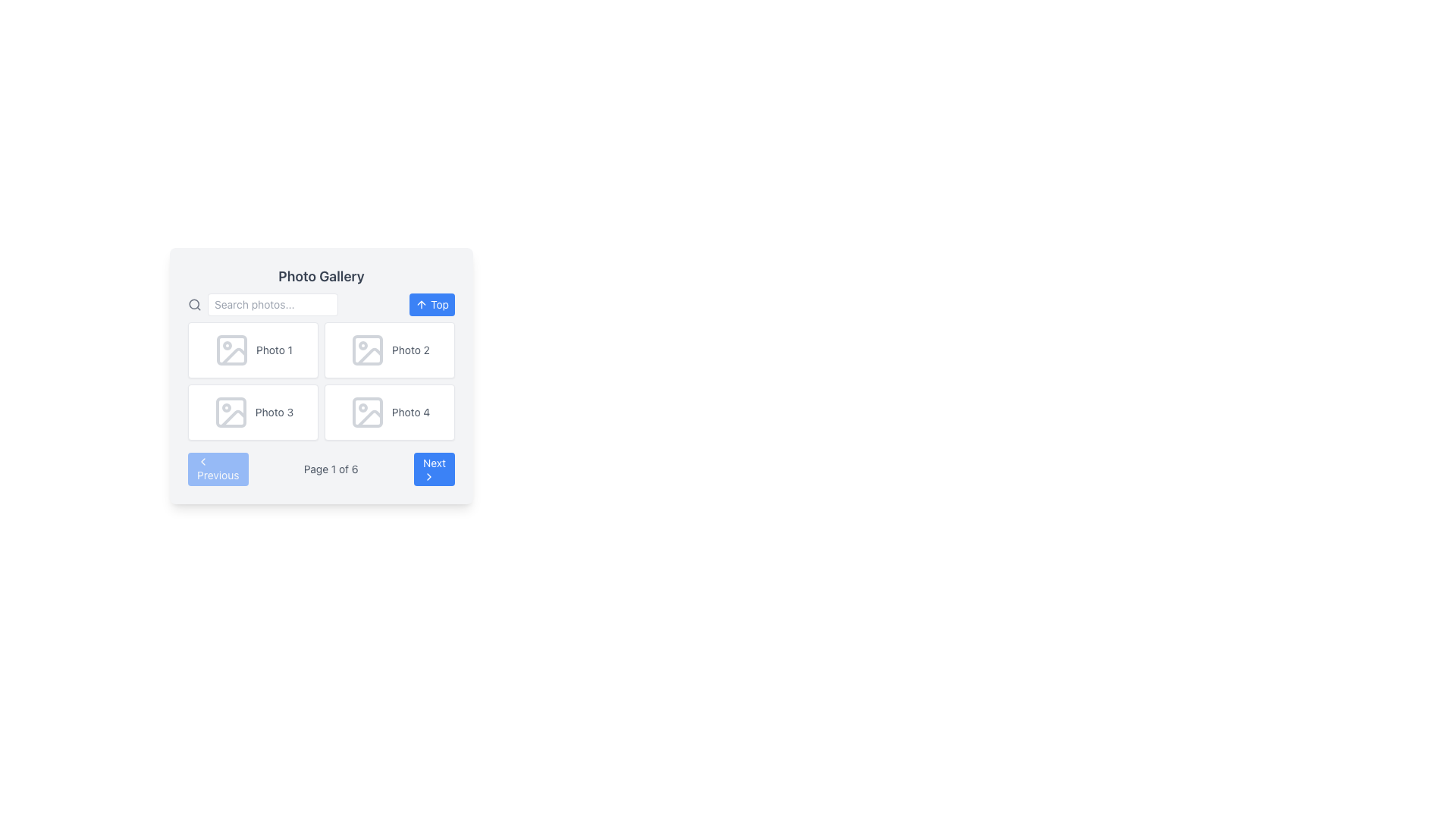 This screenshot has height=819, width=1456. Describe the element at coordinates (330, 468) in the screenshot. I see `the text label displaying 'Page 1 of 6', which is located at the center lower part of the pagination control` at that location.